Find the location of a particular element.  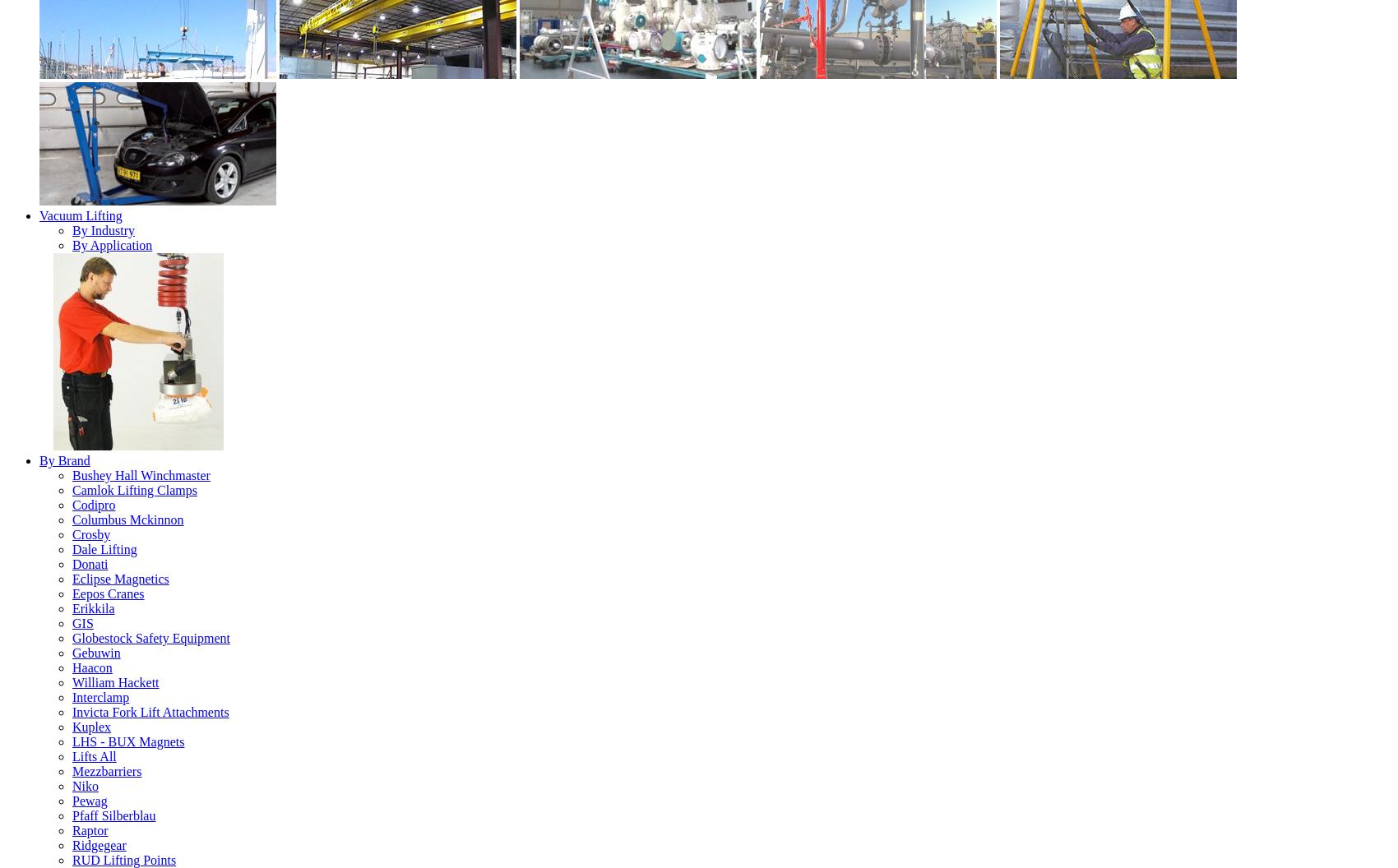

'By Application' is located at coordinates (72, 244).